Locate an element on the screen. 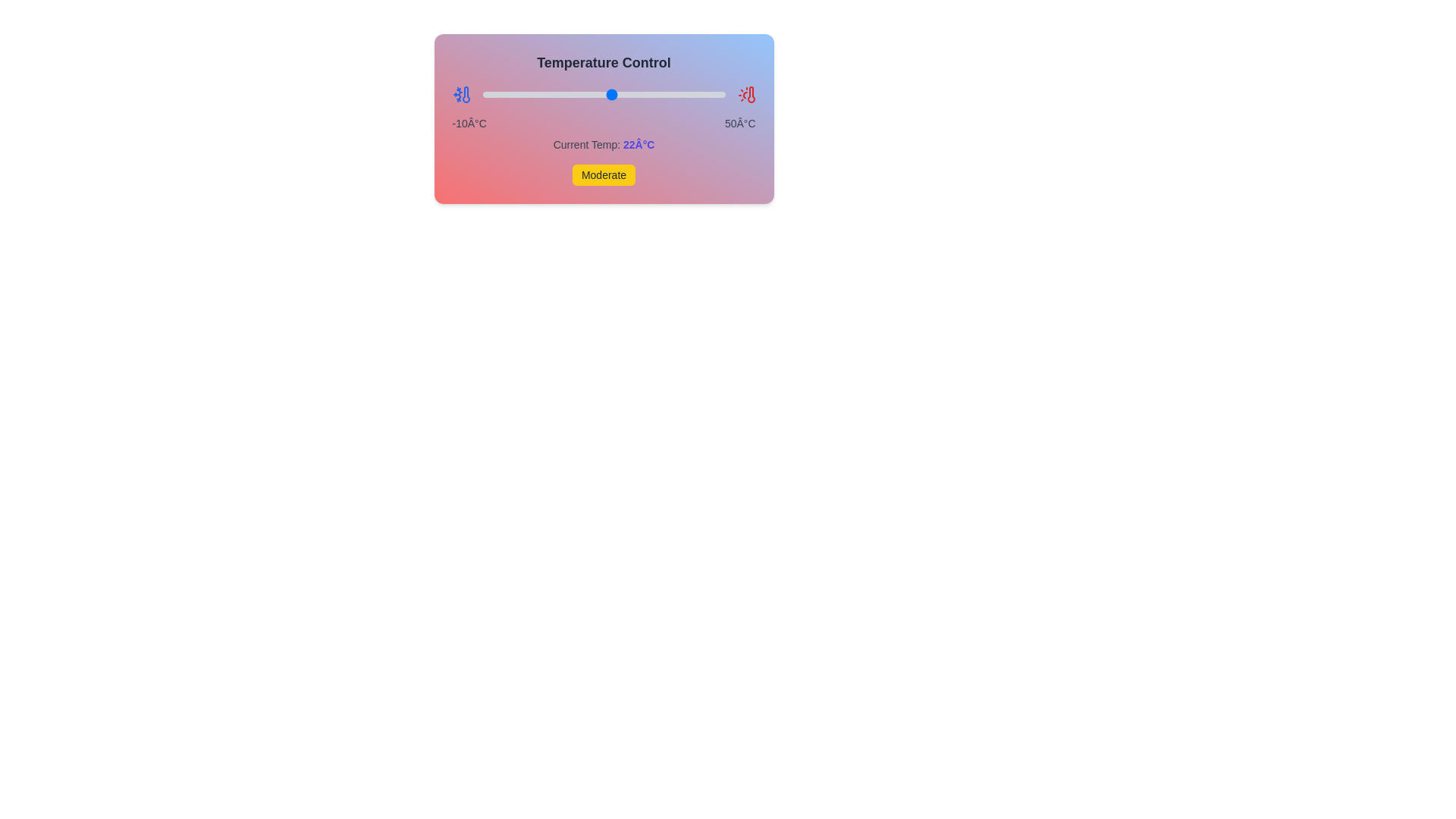  the temperature slider to -4°C is located at coordinates (507, 94).